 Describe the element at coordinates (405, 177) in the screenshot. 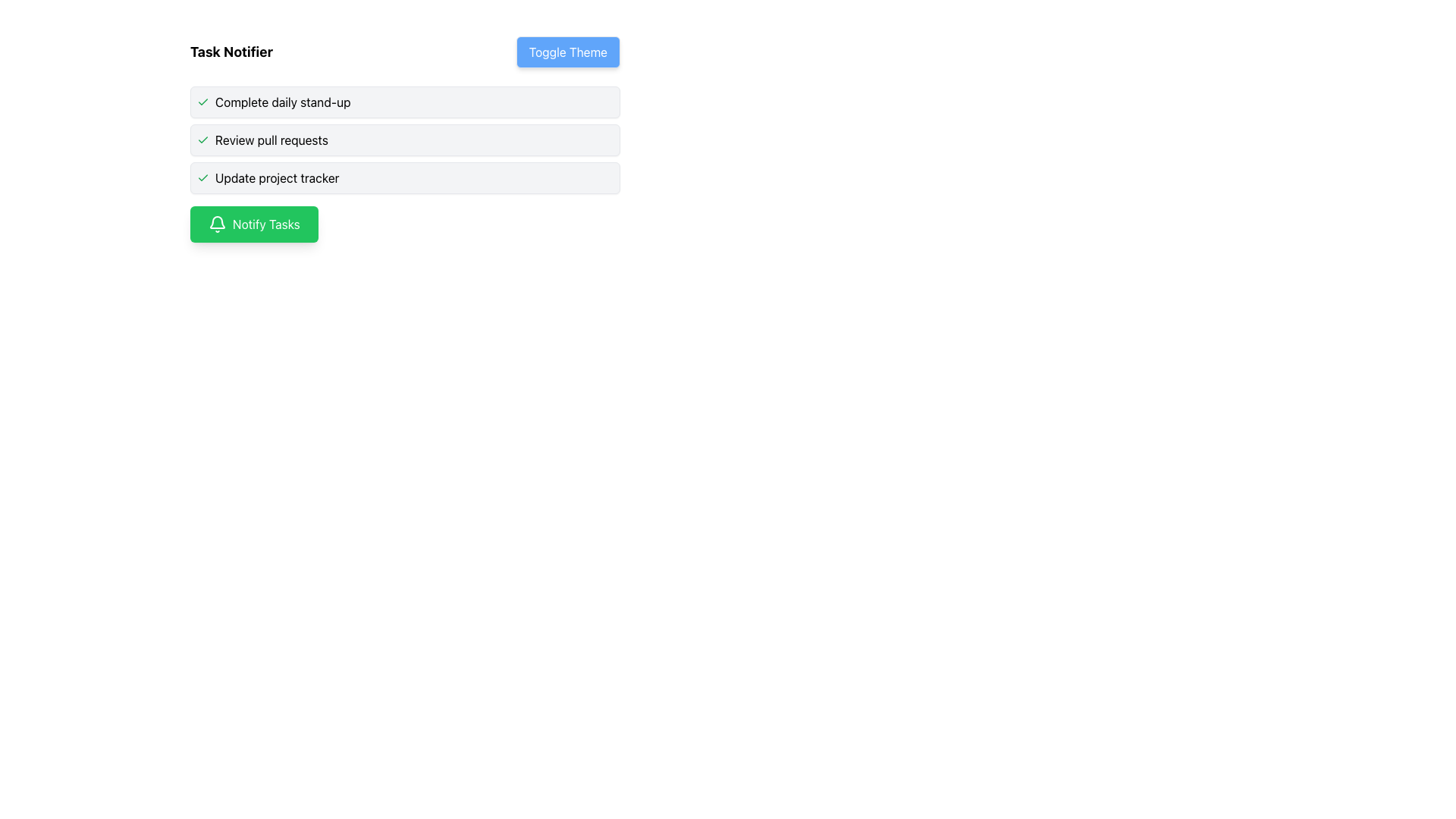

I see `the third list item under the 'Task Notifier' heading, which contains a green checkmark icon and the text 'Update project tracker', using assistive technologies` at that location.